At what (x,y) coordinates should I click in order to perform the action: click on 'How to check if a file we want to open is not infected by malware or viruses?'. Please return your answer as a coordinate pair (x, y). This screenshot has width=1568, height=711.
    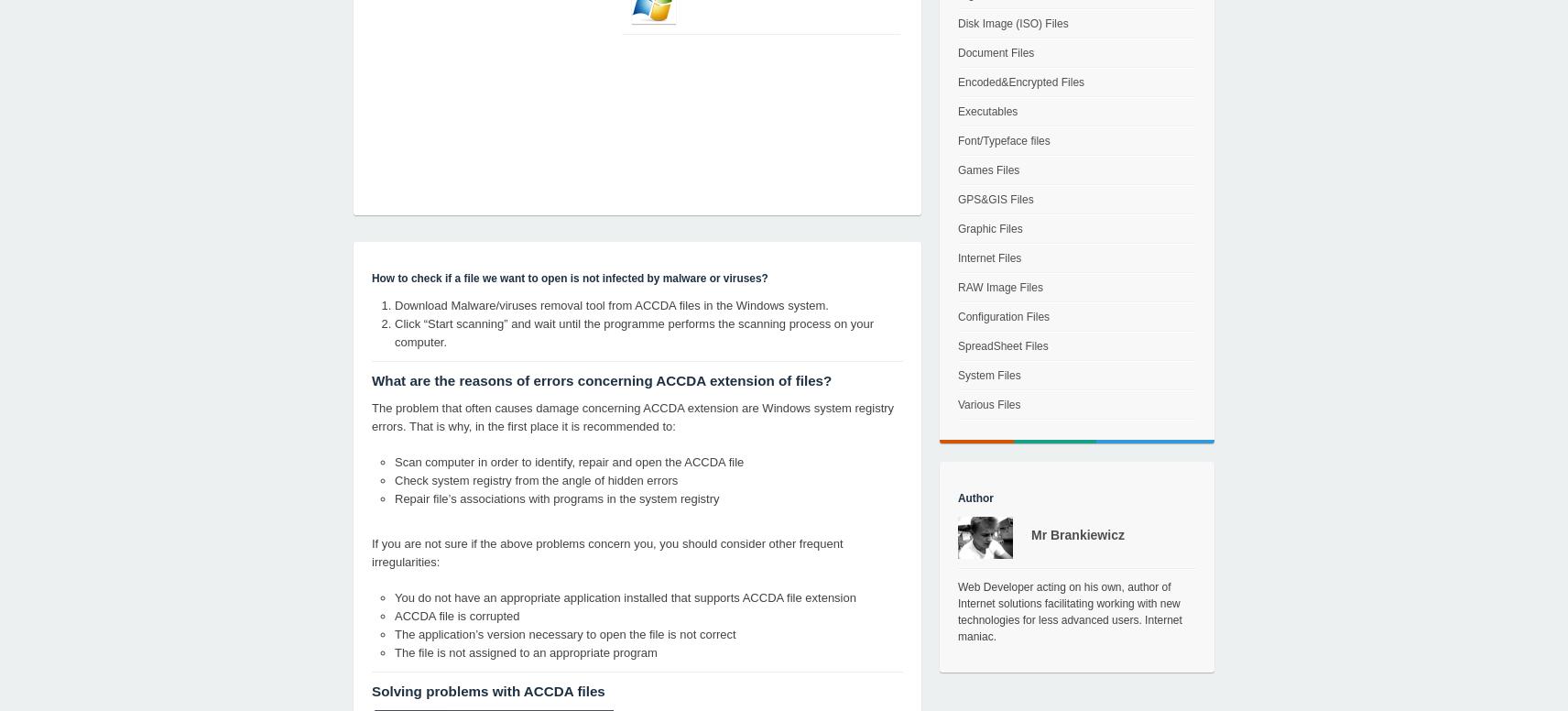
    Looking at the image, I should click on (371, 279).